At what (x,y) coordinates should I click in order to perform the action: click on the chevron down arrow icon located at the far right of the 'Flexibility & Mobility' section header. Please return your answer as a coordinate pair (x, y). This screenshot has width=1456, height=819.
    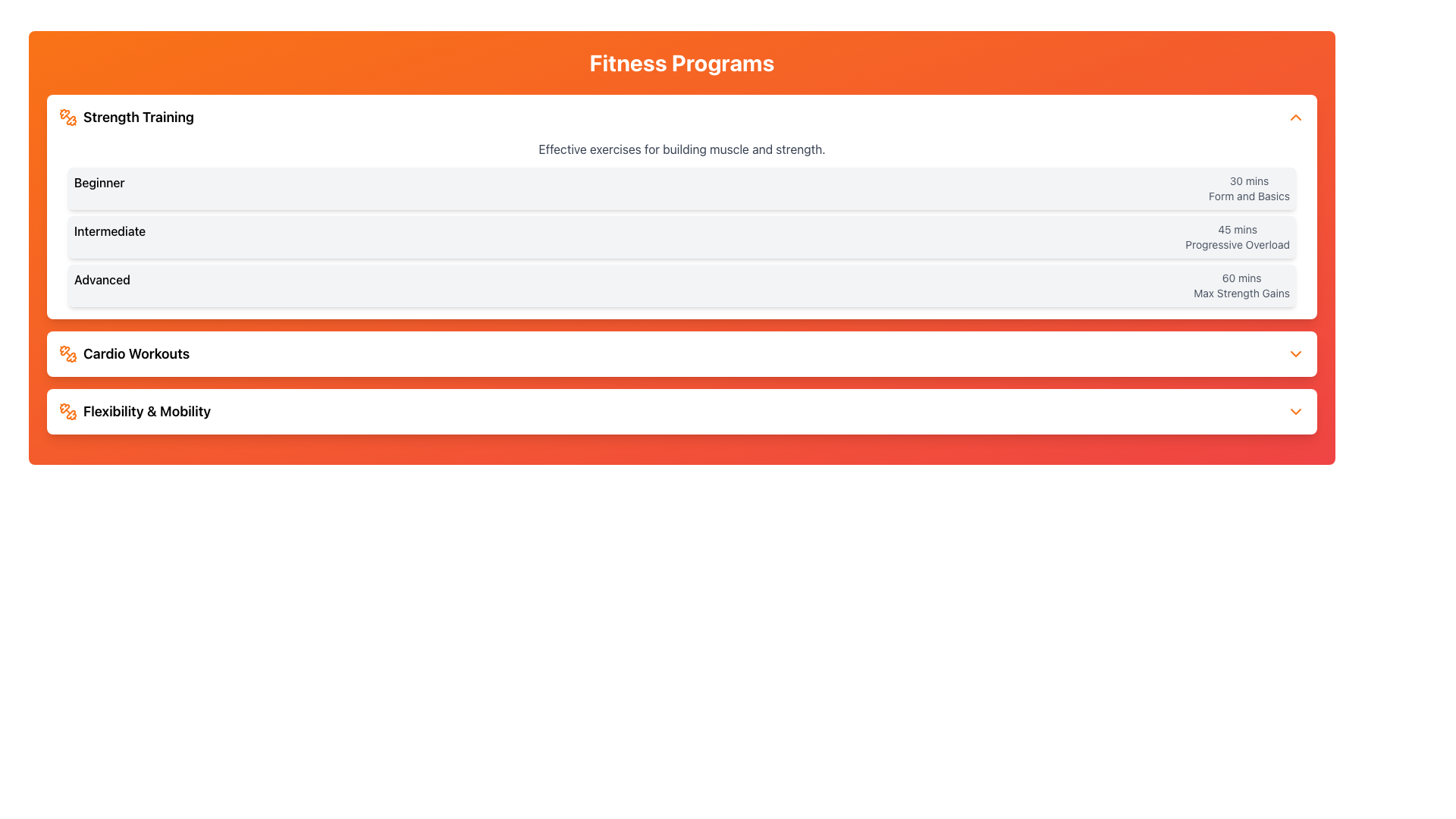
    Looking at the image, I should click on (1294, 412).